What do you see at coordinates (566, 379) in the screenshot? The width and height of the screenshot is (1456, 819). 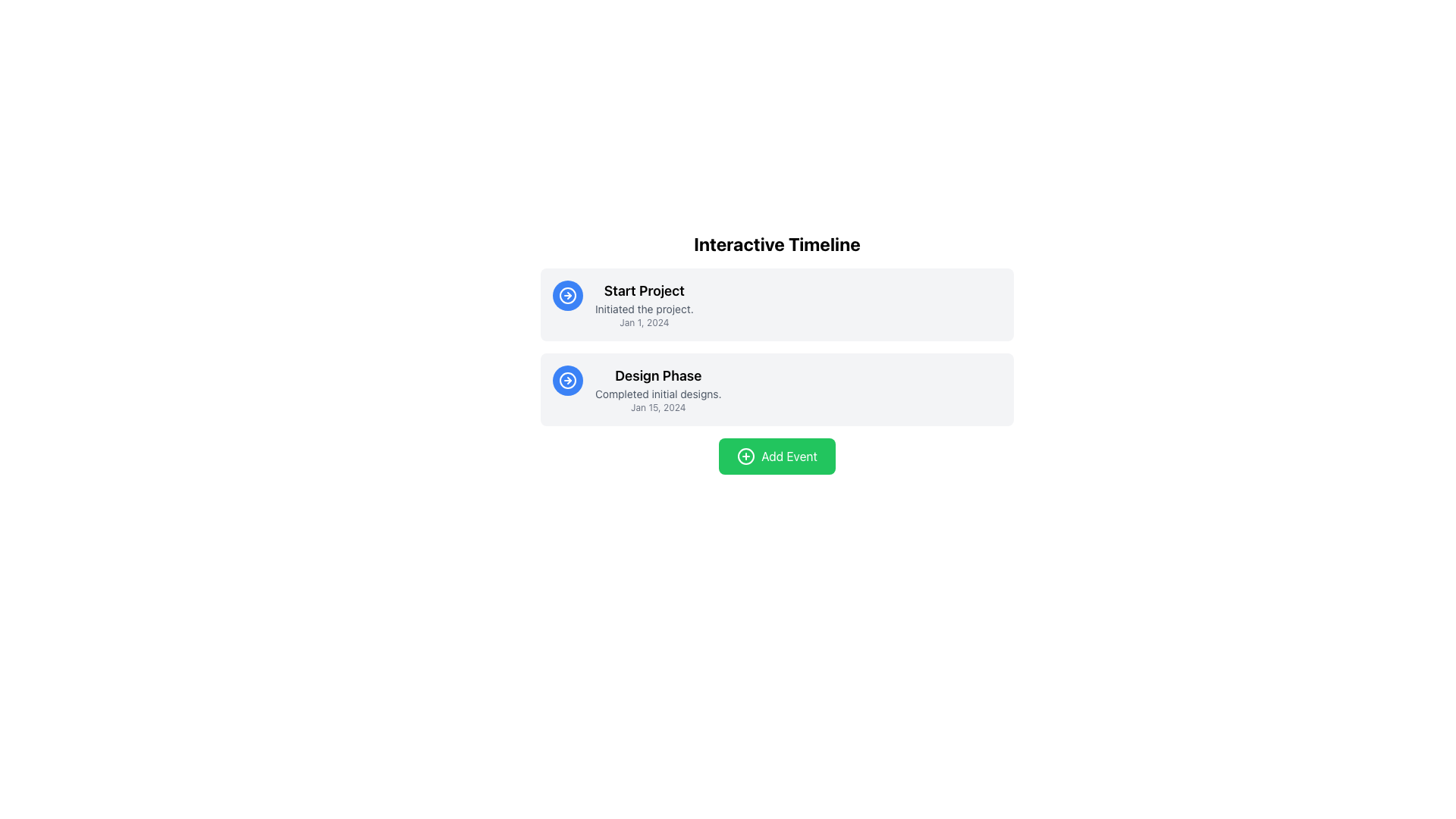 I see `the circular icon with a blue background and a white arrow pointing to the right, located to the far left of the 'Design Phase' card in the timeline interface` at bounding box center [566, 379].